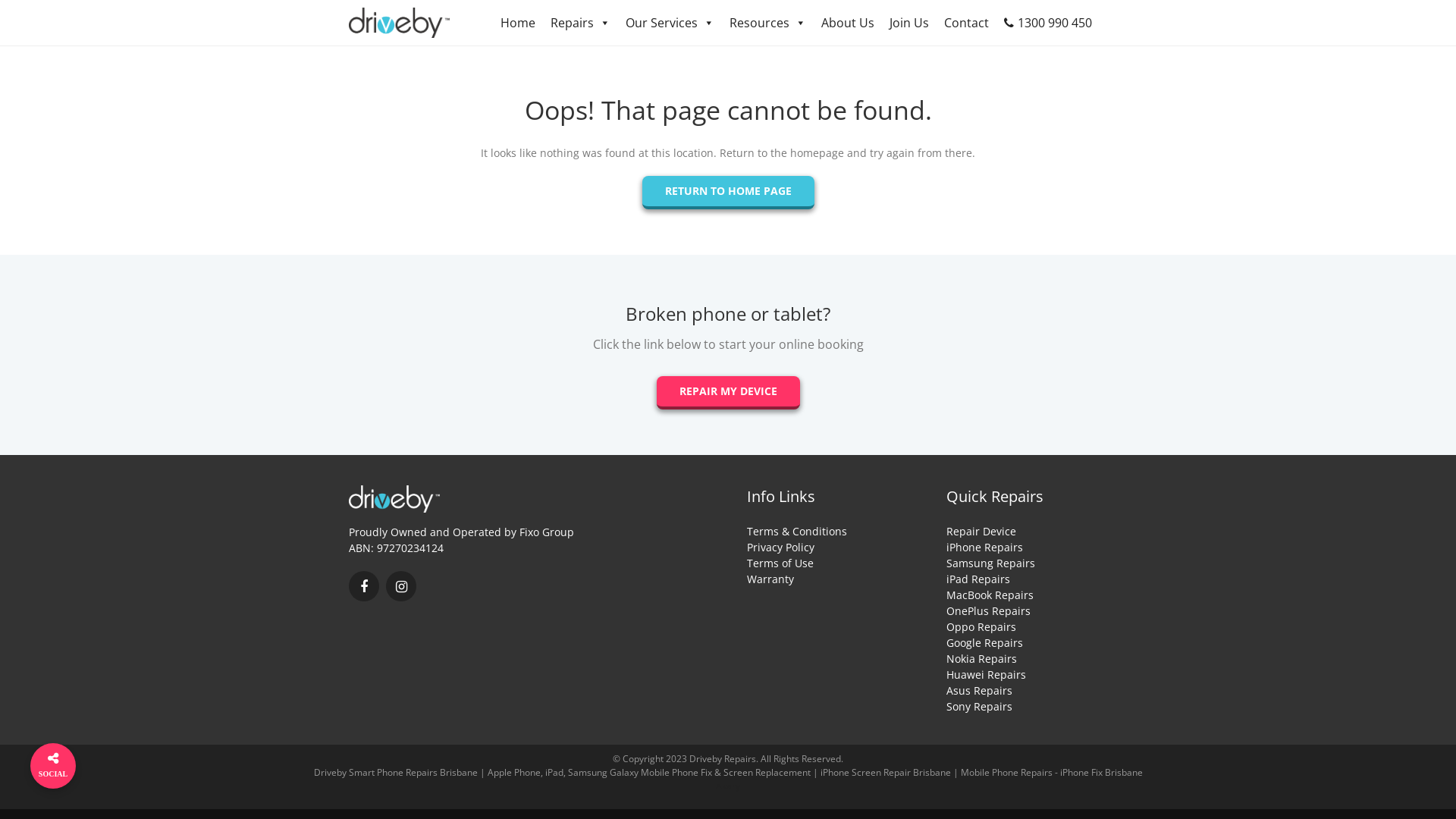 The width and height of the screenshot is (1456, 819). Describe the element at coordinates (981, 657) in the screenshot. I see `'Nokia Repairs'` at that location.